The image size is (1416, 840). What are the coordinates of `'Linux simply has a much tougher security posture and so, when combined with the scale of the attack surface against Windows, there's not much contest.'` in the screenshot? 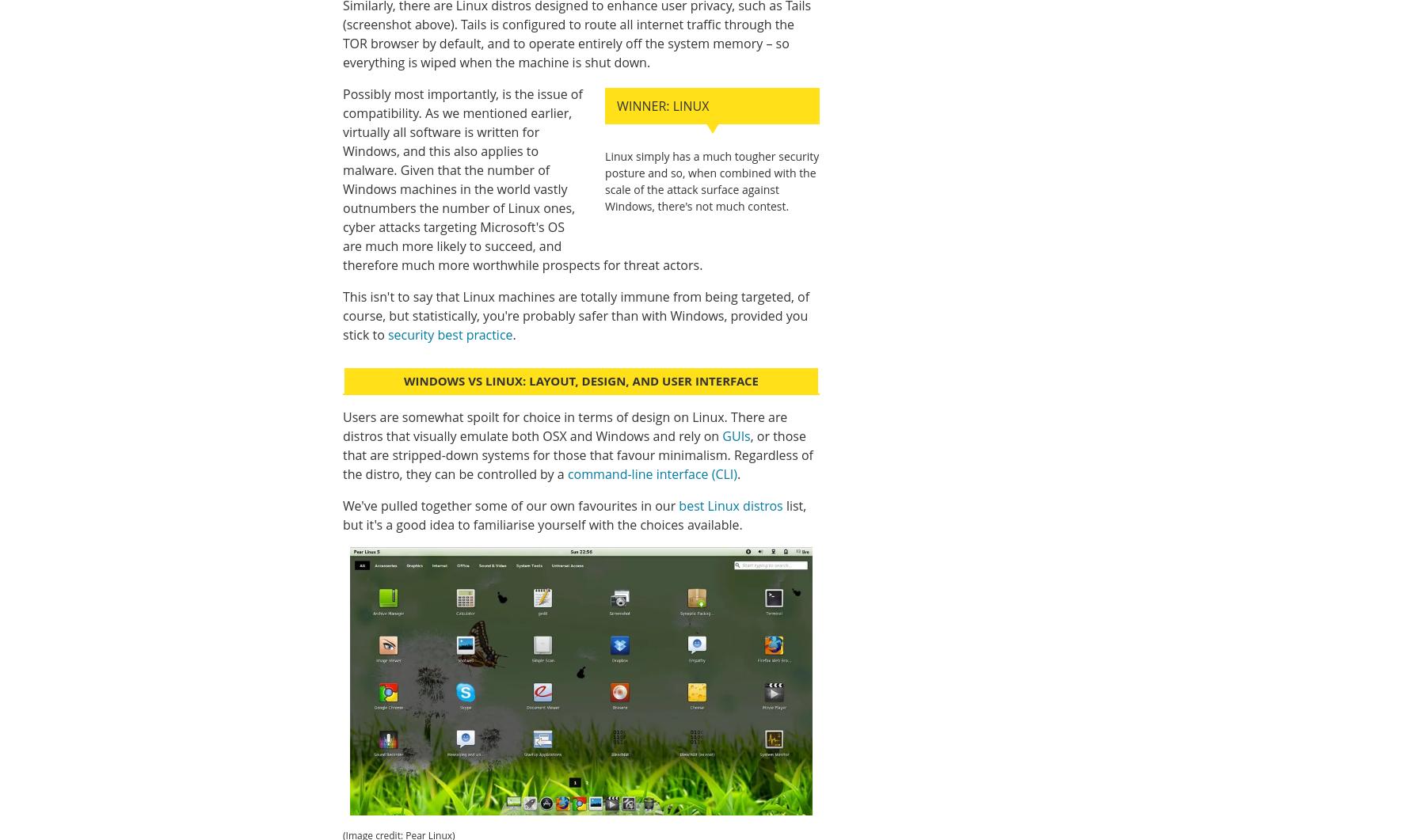 It's located at (712, 180).